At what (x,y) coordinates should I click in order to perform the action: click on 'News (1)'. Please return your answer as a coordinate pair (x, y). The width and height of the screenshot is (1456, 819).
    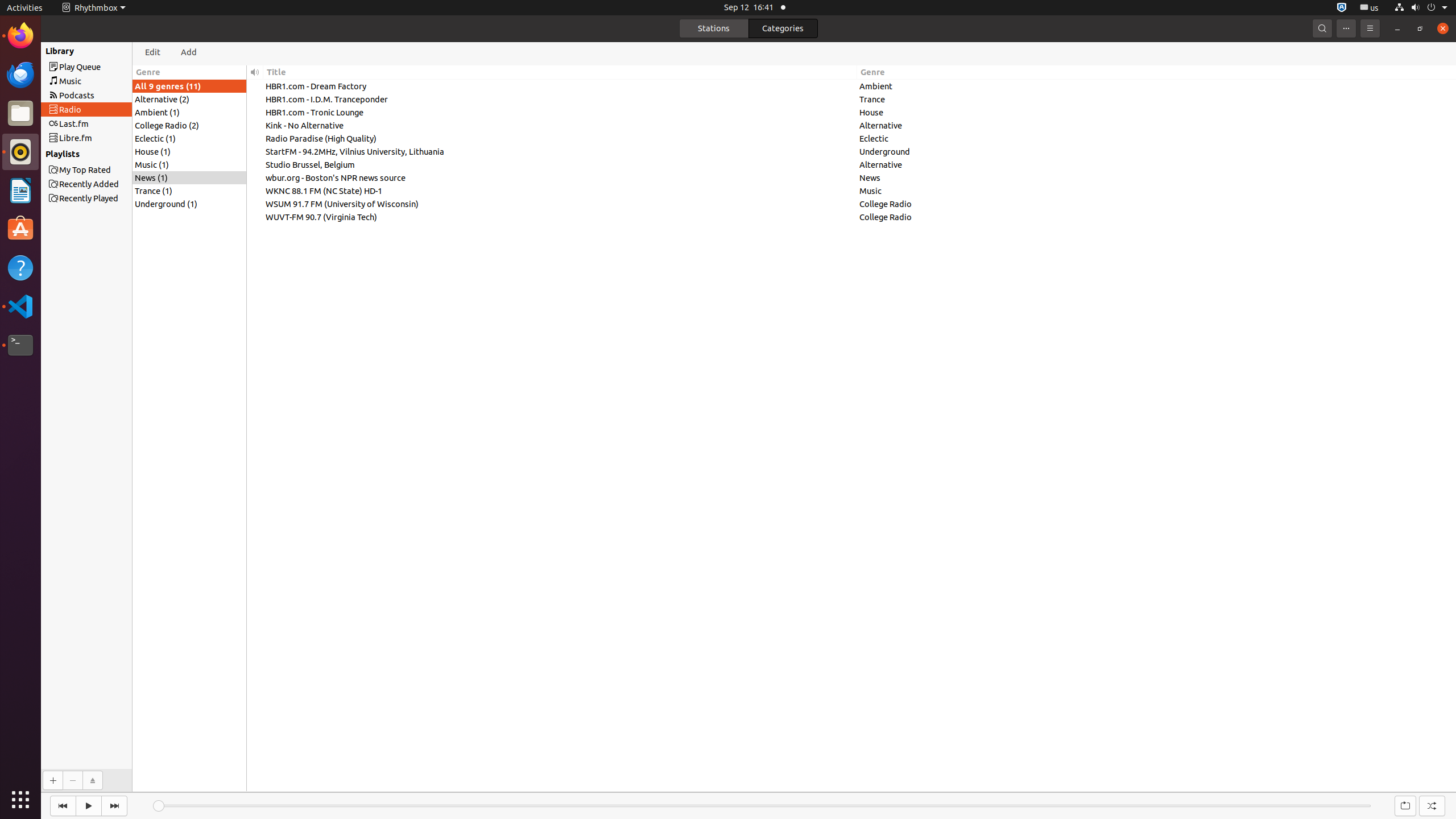
    Looking at the image, I should click on (189, 177).